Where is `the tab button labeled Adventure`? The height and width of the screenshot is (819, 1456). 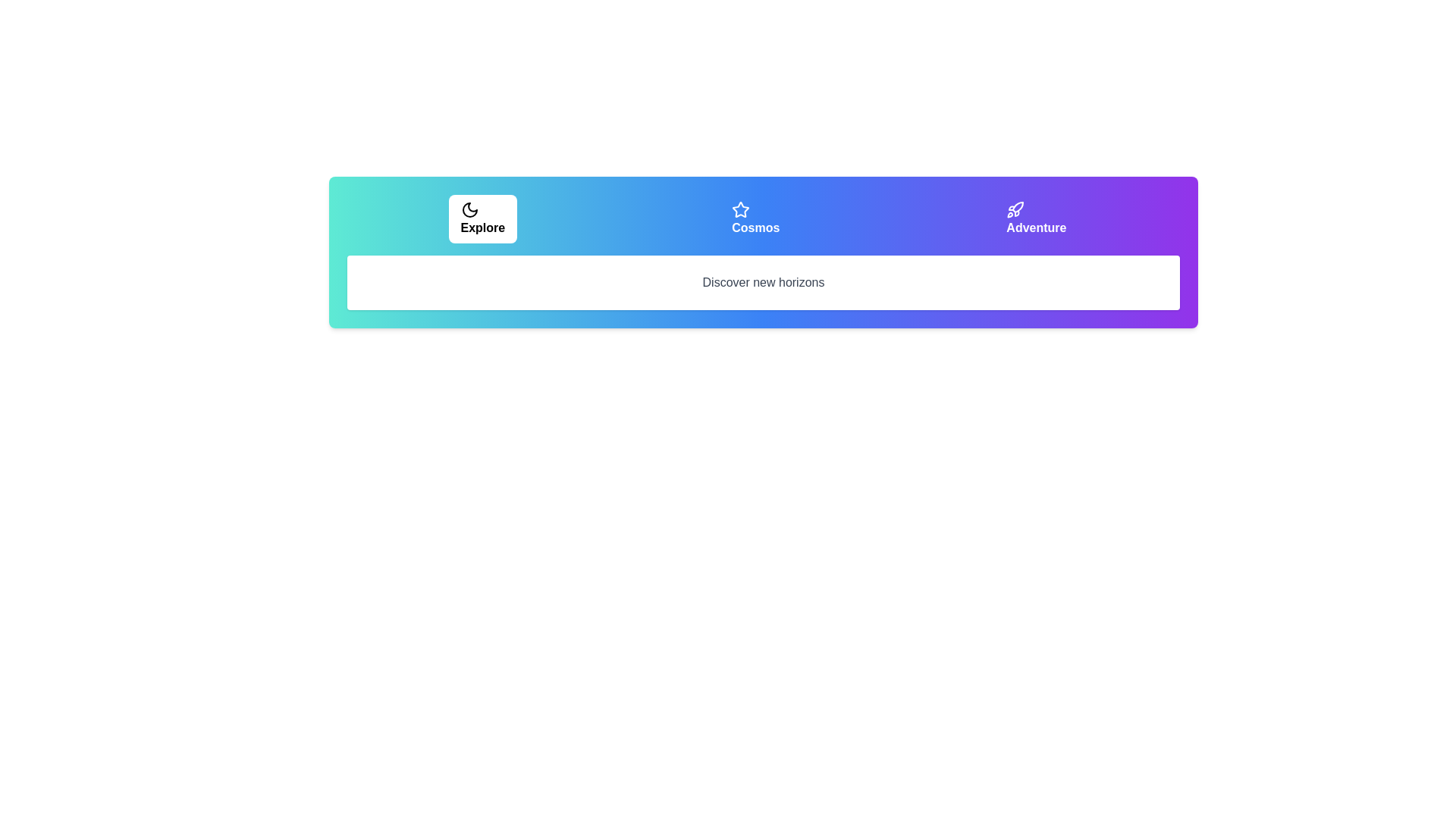 the tab button labeled Adventure is located at coordinates (1035, 219).